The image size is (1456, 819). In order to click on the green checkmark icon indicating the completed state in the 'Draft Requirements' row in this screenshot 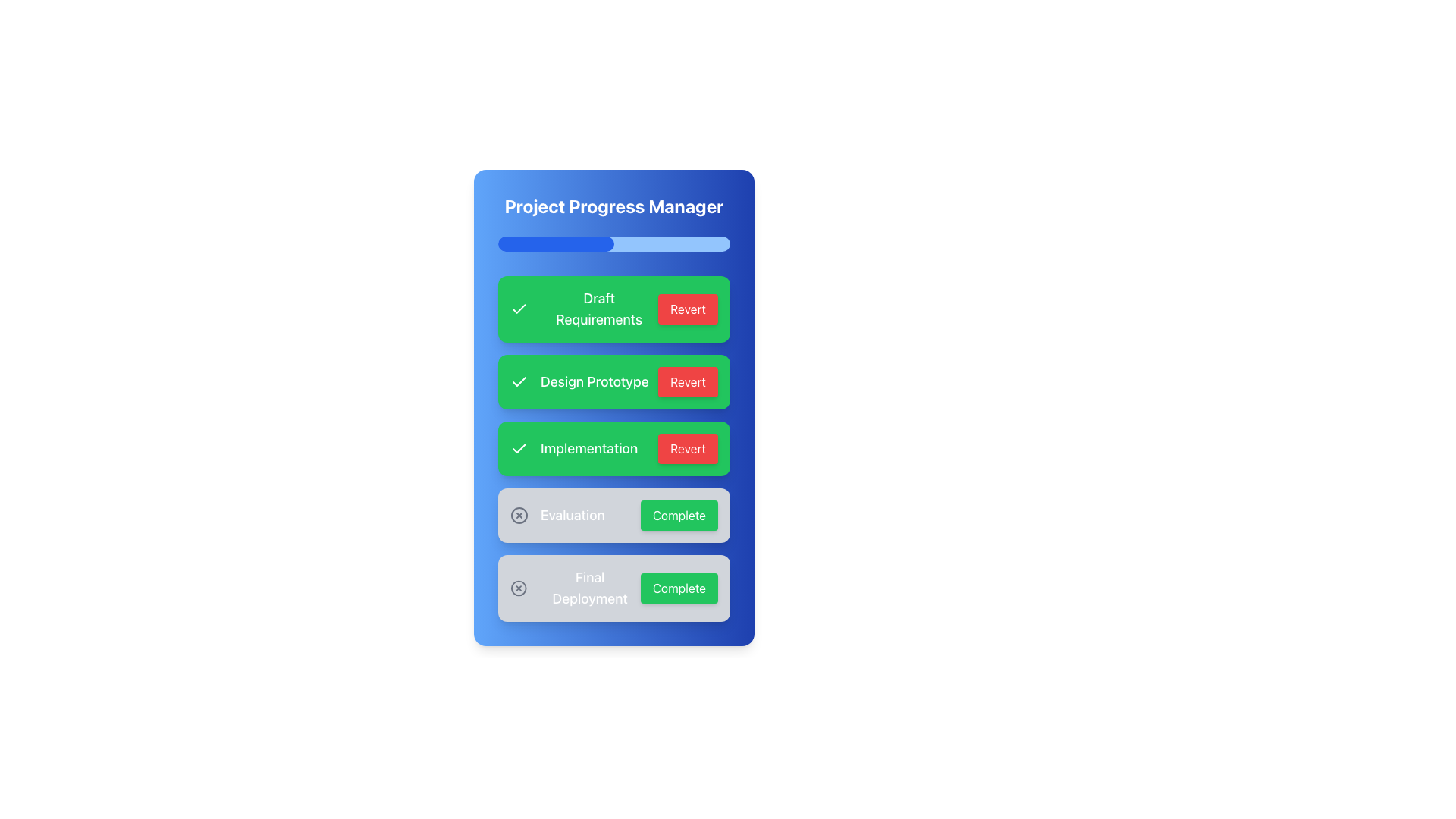, I will do `click(519, 309)`.